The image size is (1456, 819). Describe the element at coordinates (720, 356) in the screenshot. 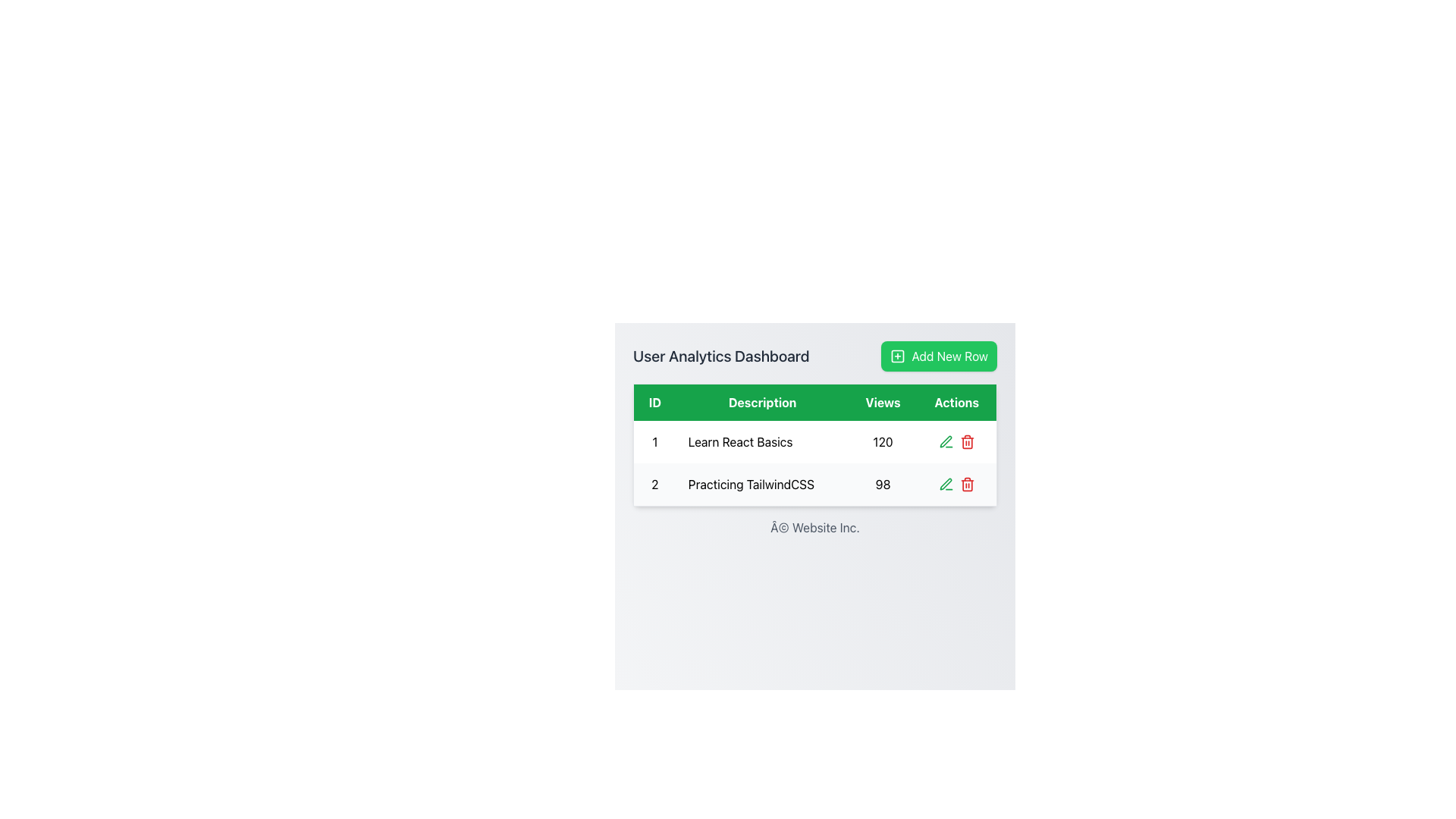

I see `the static text label displaying 'User Analytics Dashboard', which is styled with a large font size and dark gray color, located at the center-left of the interface above a table layout` at that location.